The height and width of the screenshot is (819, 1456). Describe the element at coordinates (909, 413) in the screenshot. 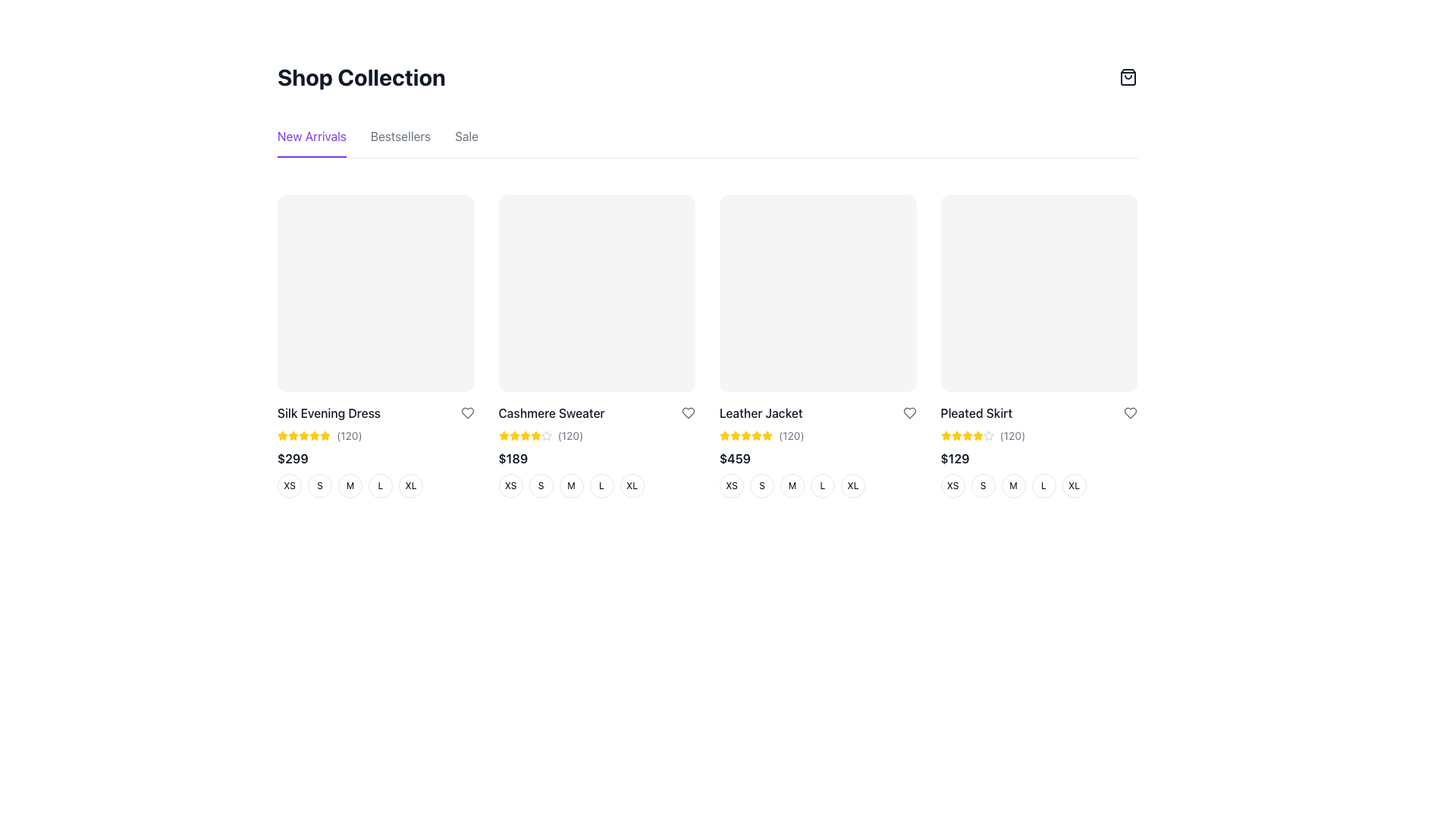

I see `the heart icon button located within the 'Leather Jacket' card` at that location.